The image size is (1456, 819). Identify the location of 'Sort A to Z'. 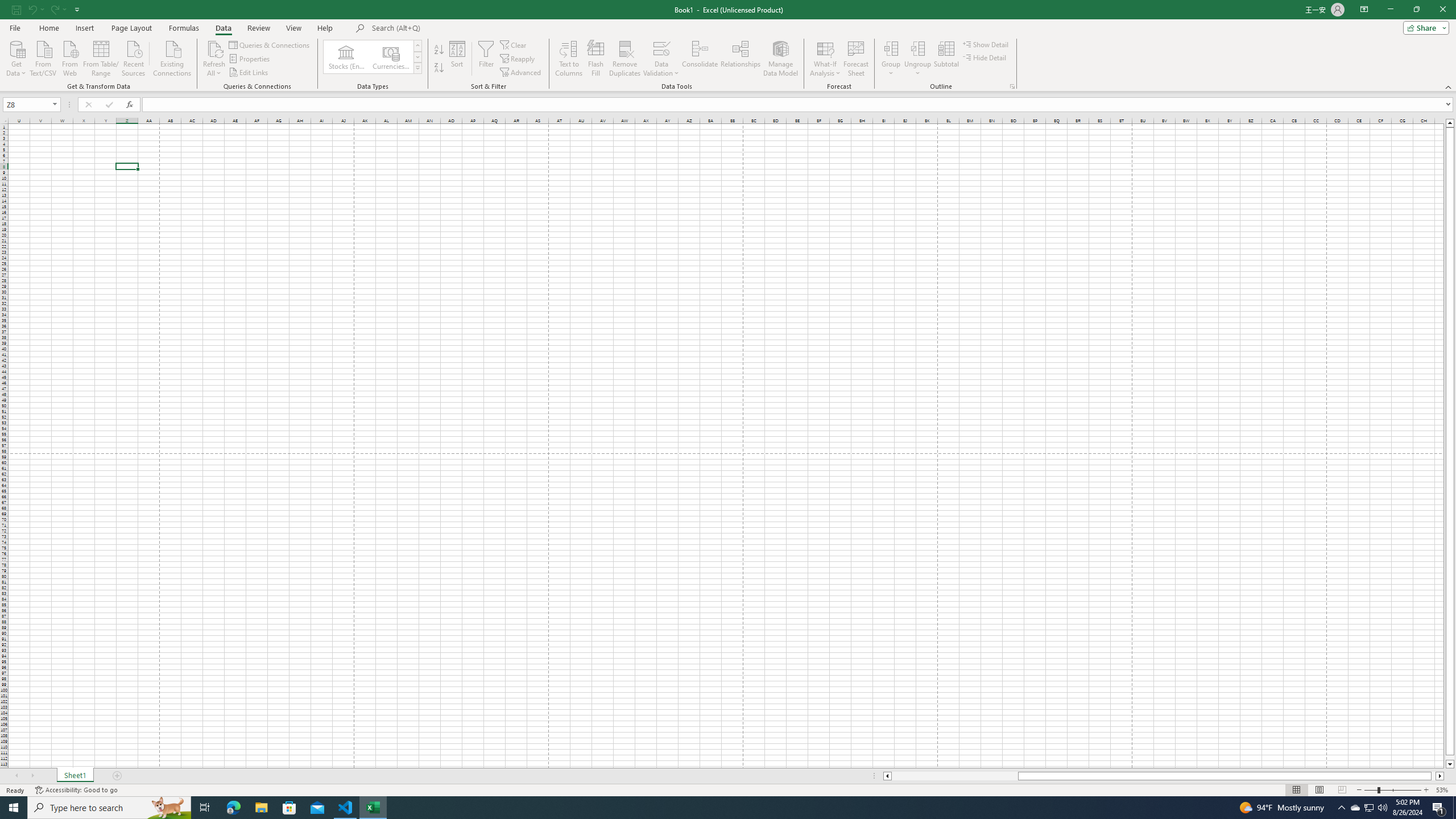
(438, 49).